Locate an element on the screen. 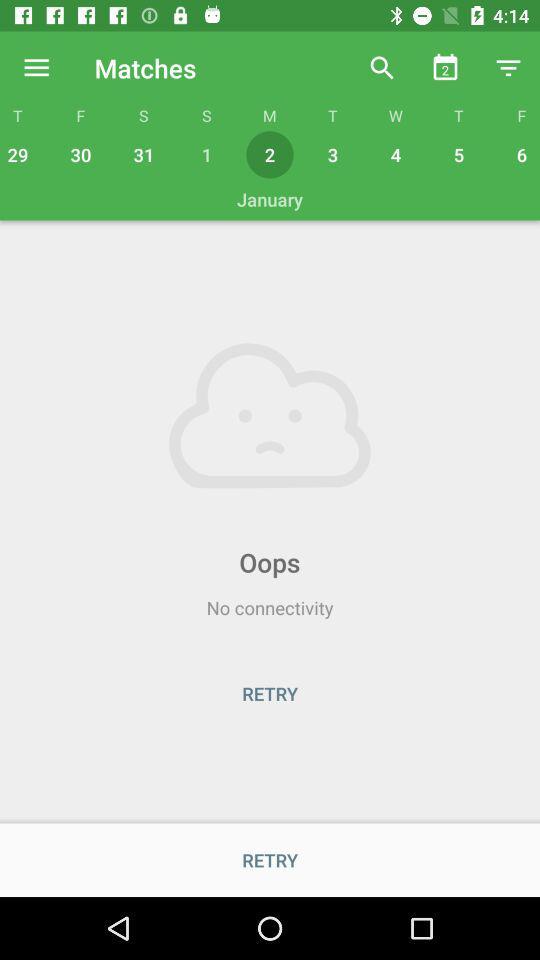 This screenshot has width=540, height=960. item next to 30 icon is located at coordinates (143, 153).